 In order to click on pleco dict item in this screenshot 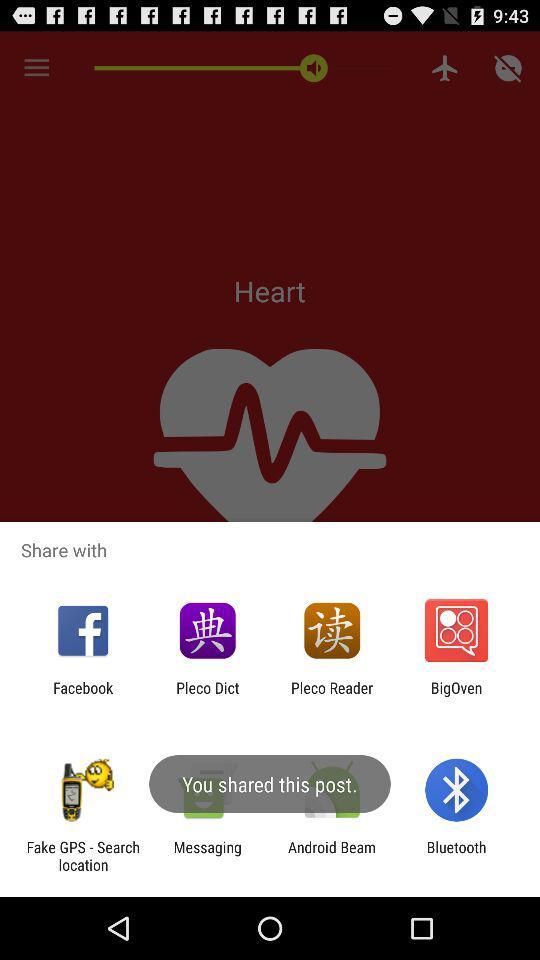, I will do `click(206, 696)`.